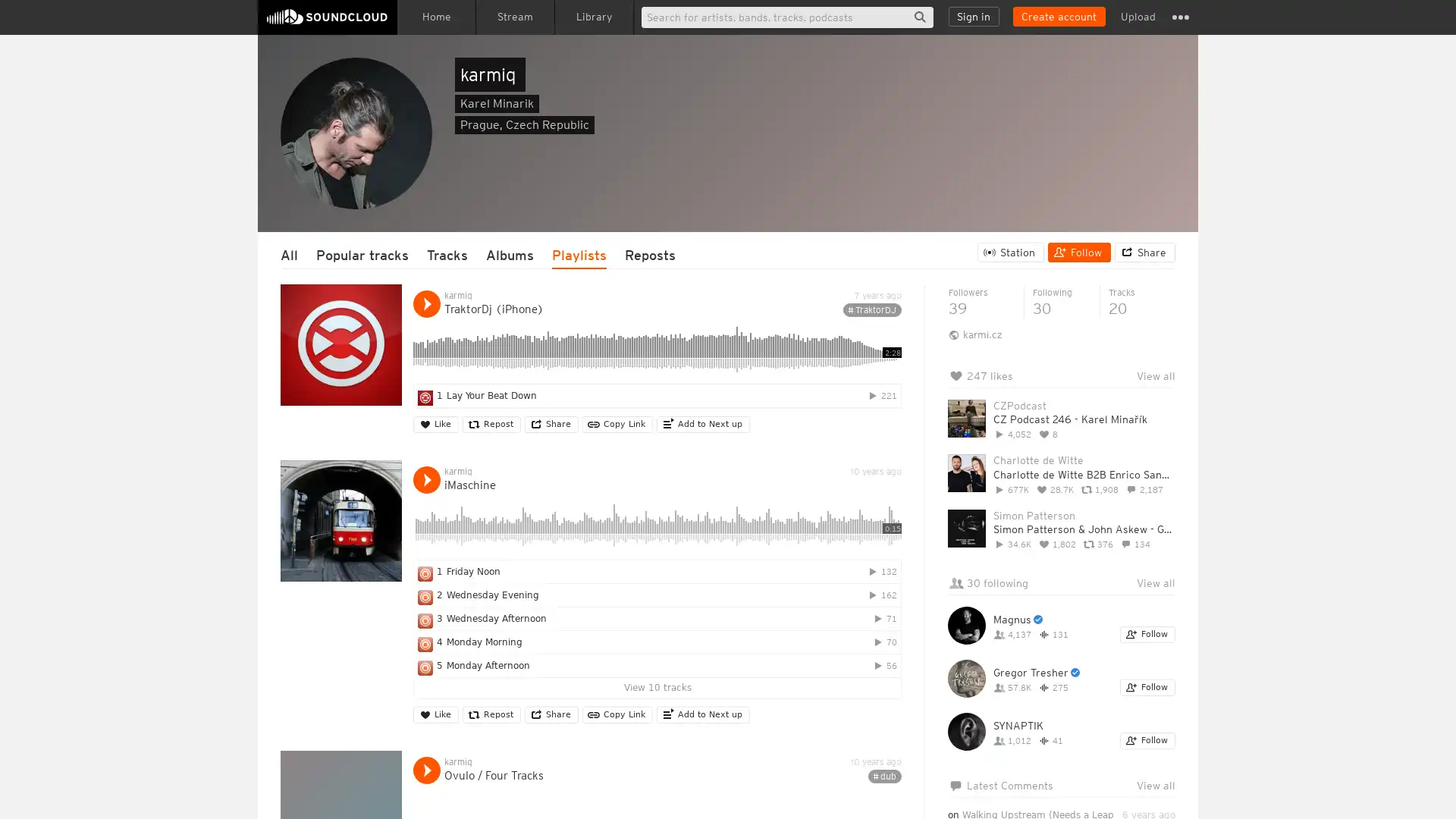 The height and width of the screenshot is (819, 1456). What do you see at coordinates (435, 424) in the screenshot?
I see `Like` at bounding box center [435, 424].